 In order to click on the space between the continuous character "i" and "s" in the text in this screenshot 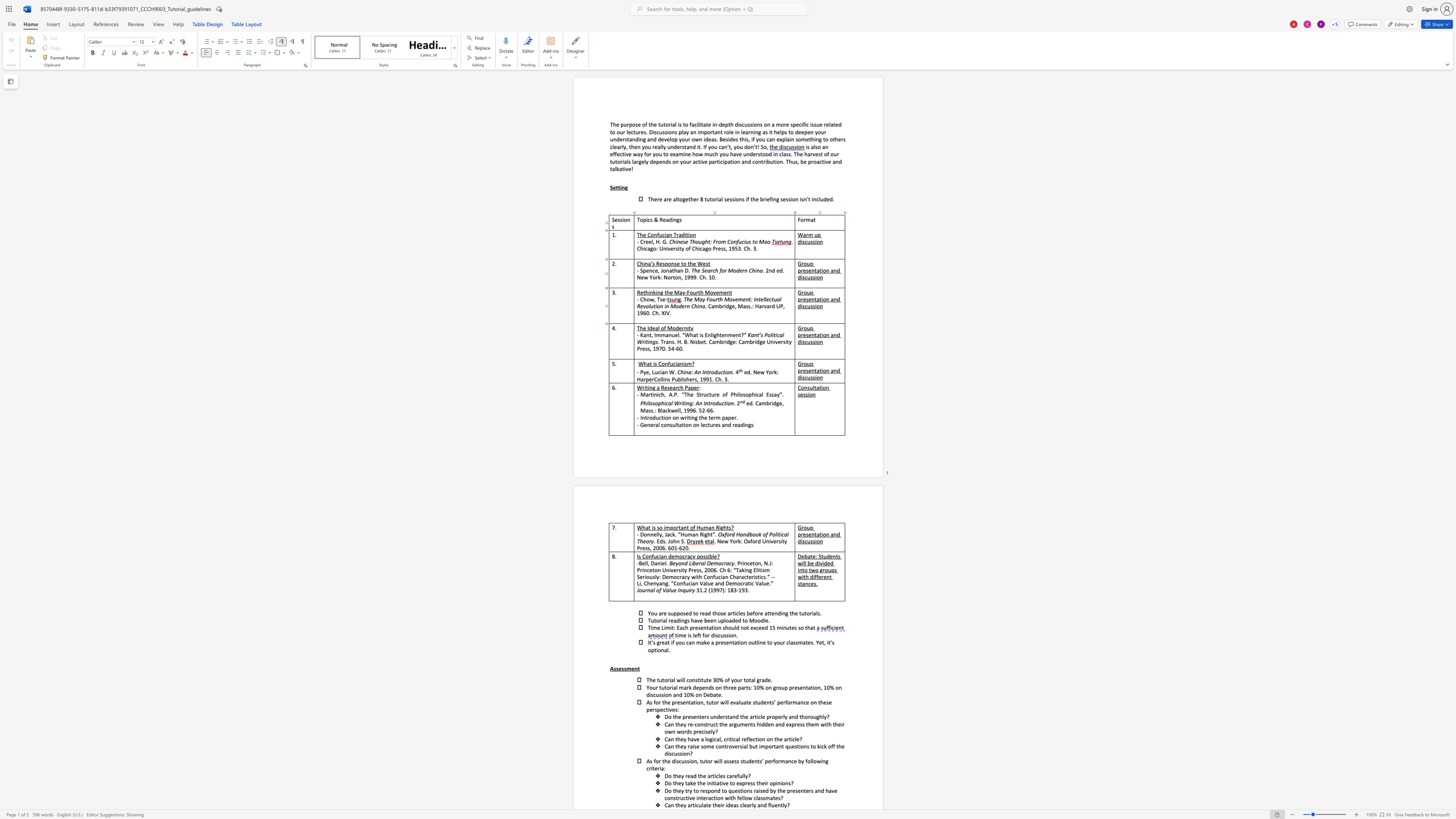, I will do `click(802, 341)`.